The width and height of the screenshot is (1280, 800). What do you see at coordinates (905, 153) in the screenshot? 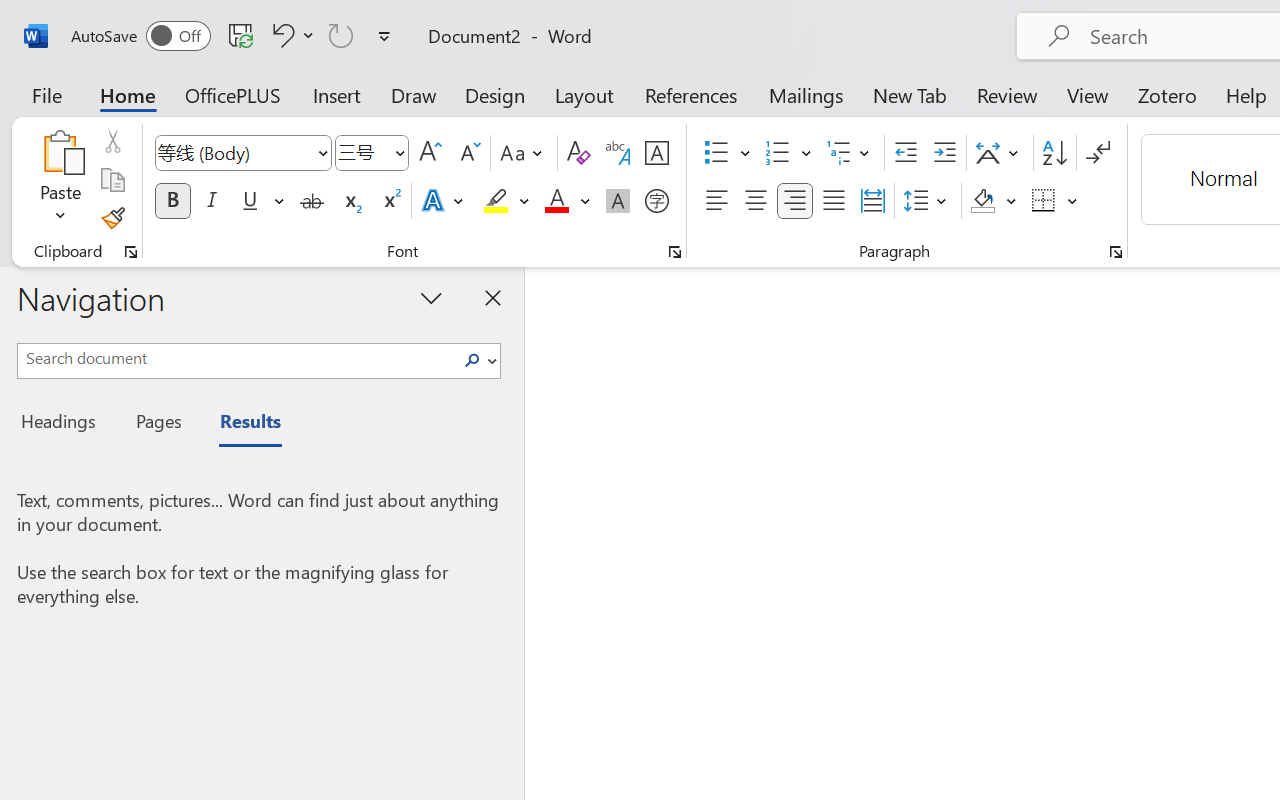
I see `'Decrease Indent'` at bounding box center [905, 153].